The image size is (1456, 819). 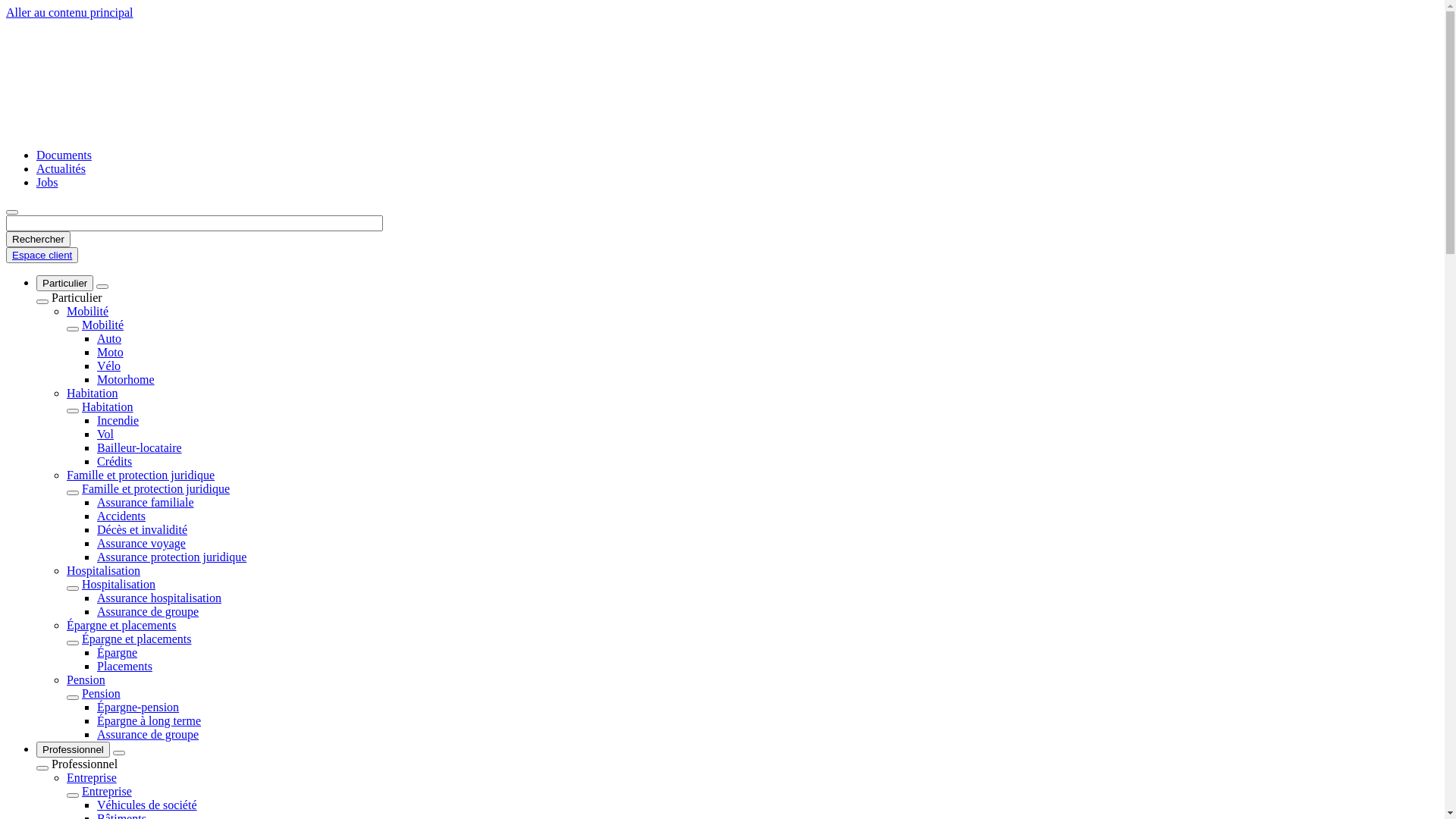 I want to click on 'Particulier', so click(x=64, y=283).